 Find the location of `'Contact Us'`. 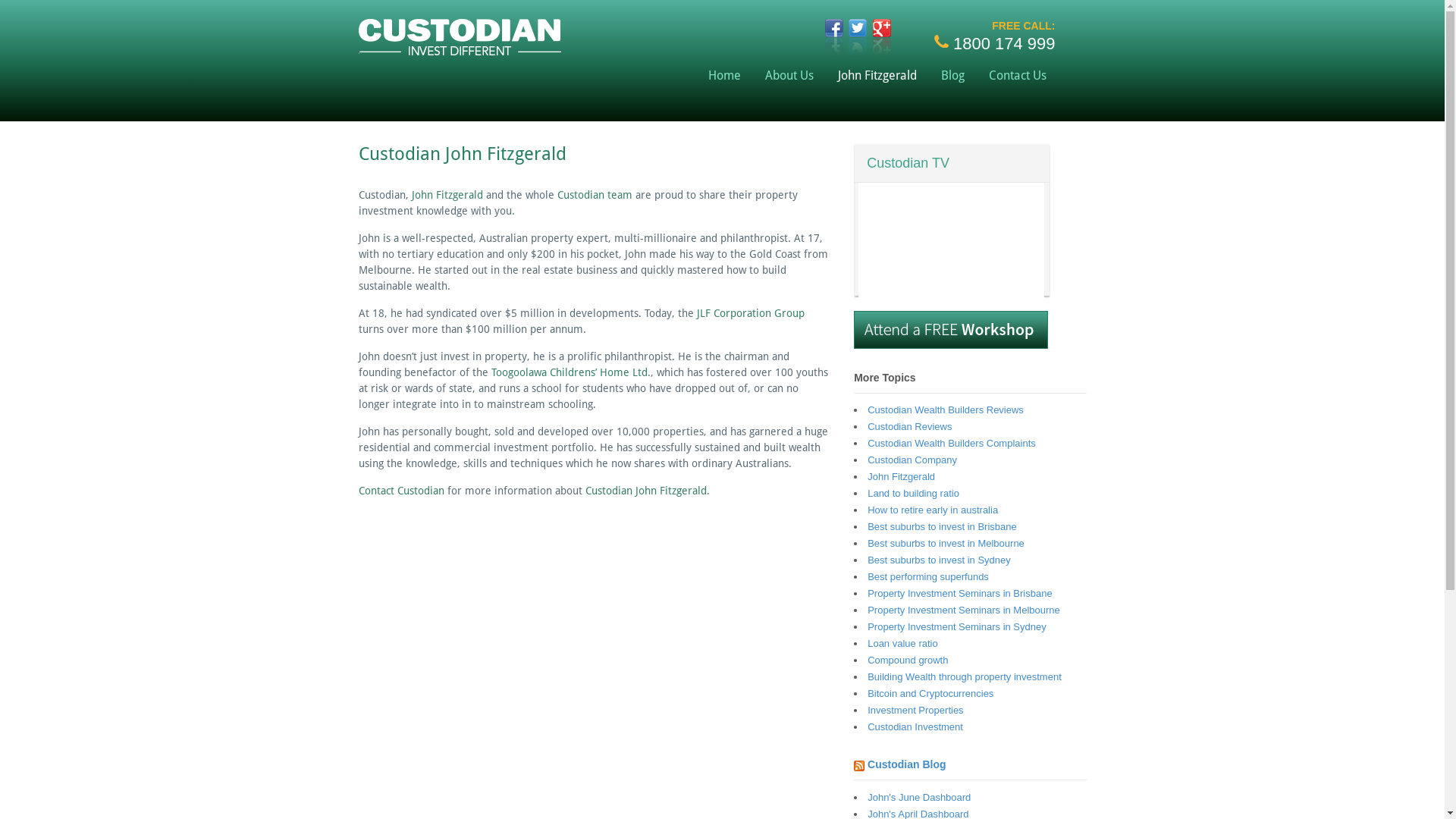

'Contact Us' is located at coordinates (976, 75).